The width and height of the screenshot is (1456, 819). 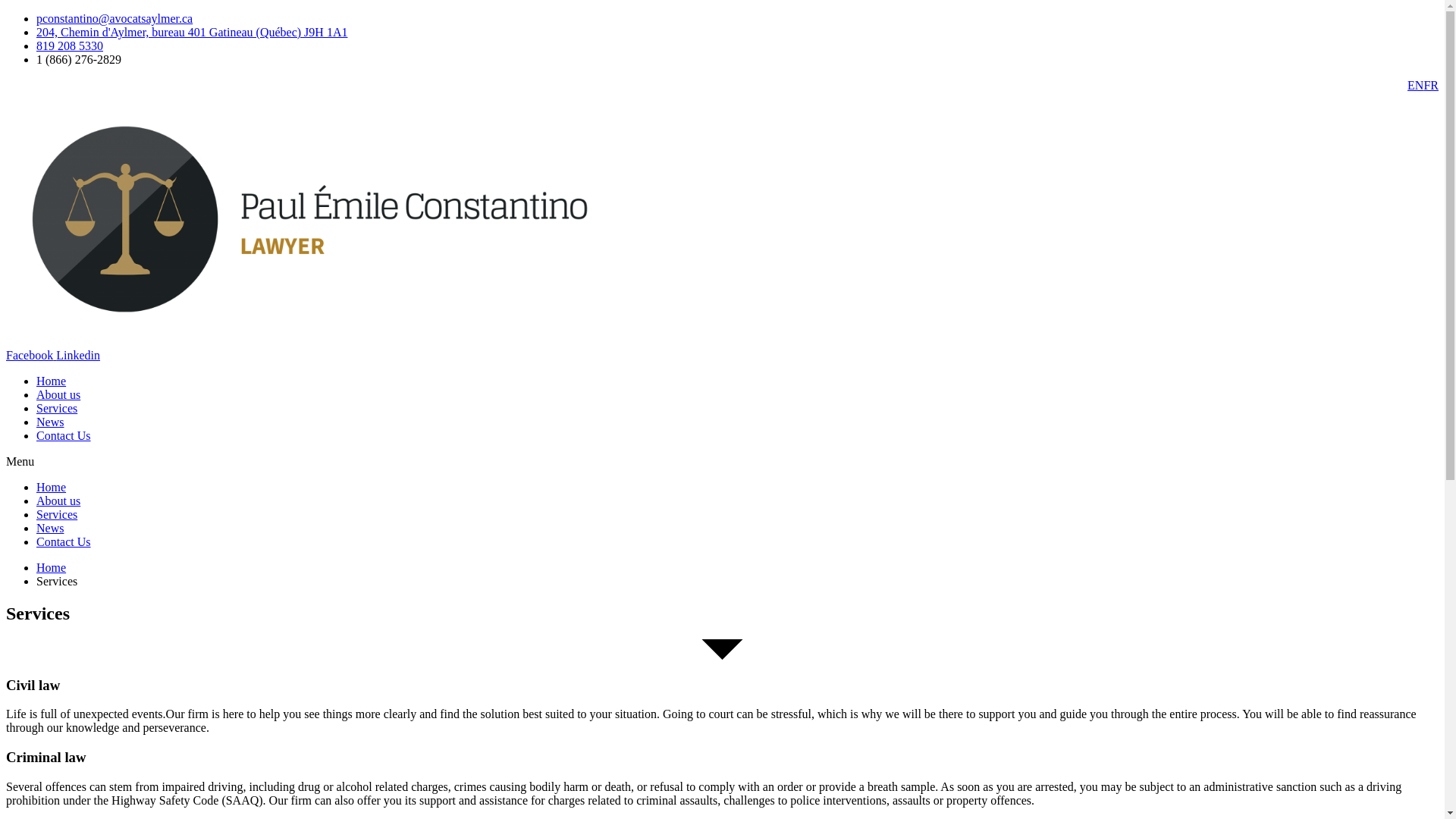 What do you see at coordinates (1429, 85) in the screenshot?
I see `'FR'` at bounding box center [1429, 85].